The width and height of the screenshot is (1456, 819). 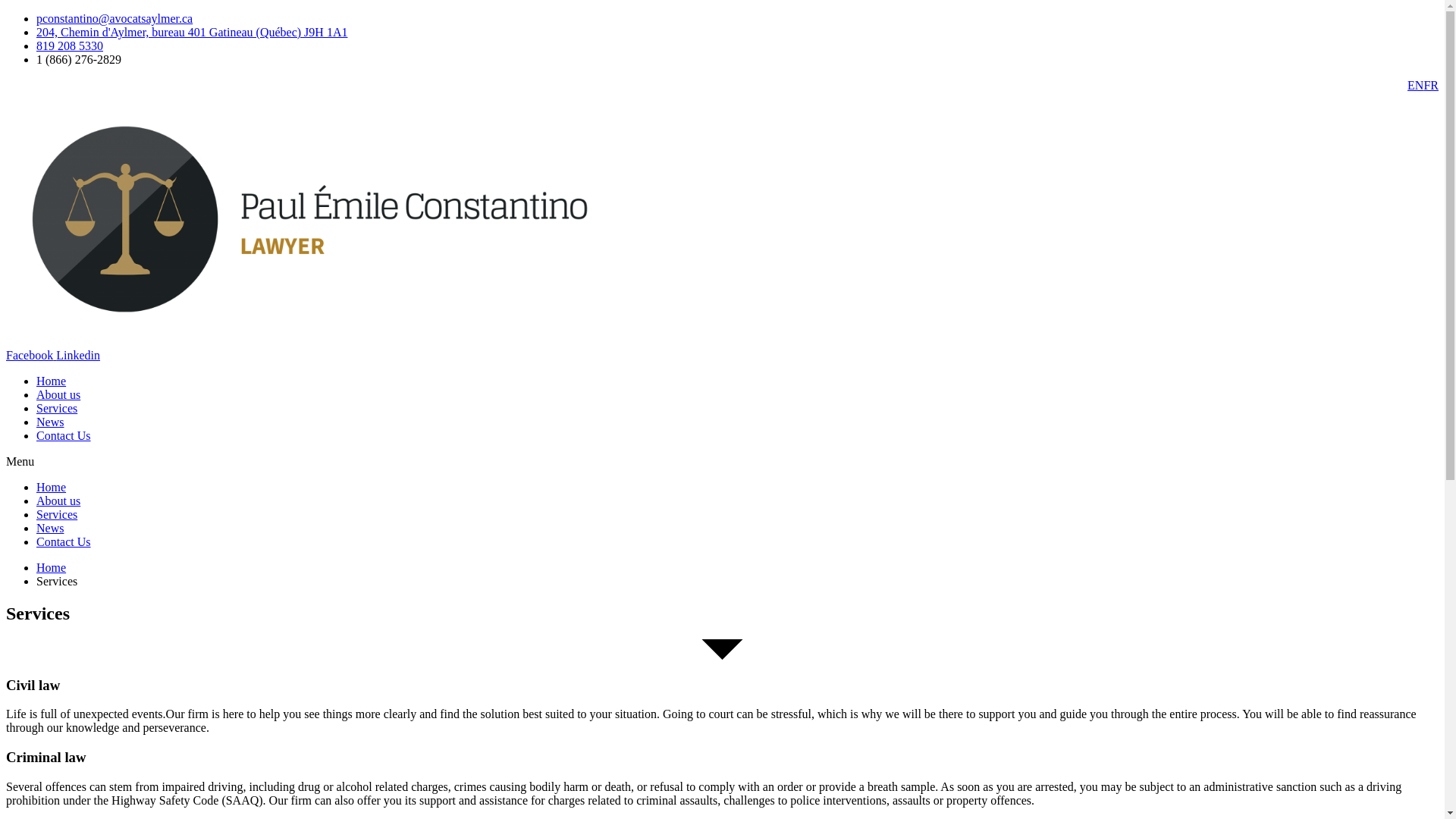 What do you see at coordinates (1429, 85) in the screenshot?
I see `'FR'` at bounding box center [1429, 85].